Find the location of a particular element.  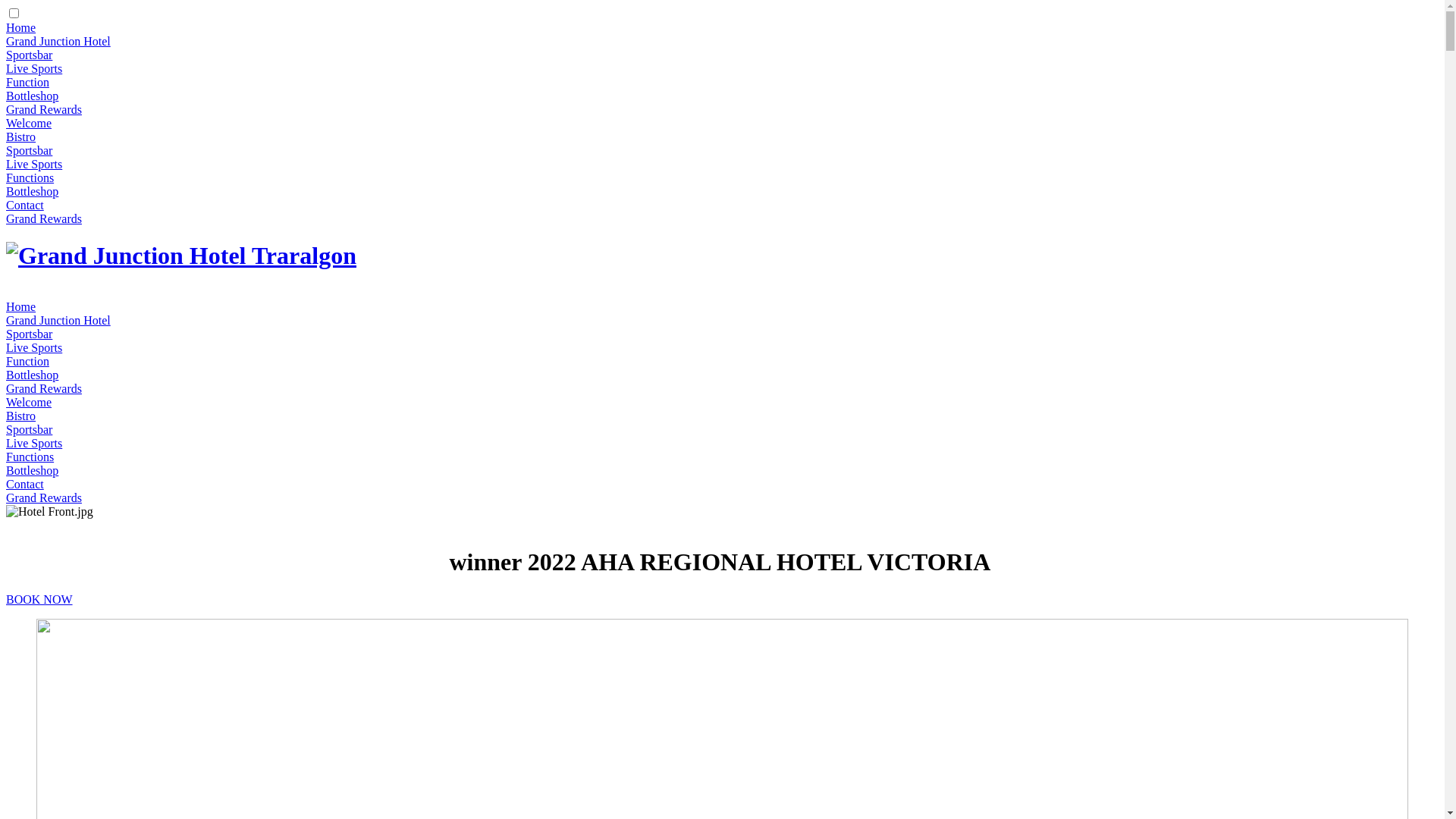

'Bottleshop' is located at coordinates (32, 190).